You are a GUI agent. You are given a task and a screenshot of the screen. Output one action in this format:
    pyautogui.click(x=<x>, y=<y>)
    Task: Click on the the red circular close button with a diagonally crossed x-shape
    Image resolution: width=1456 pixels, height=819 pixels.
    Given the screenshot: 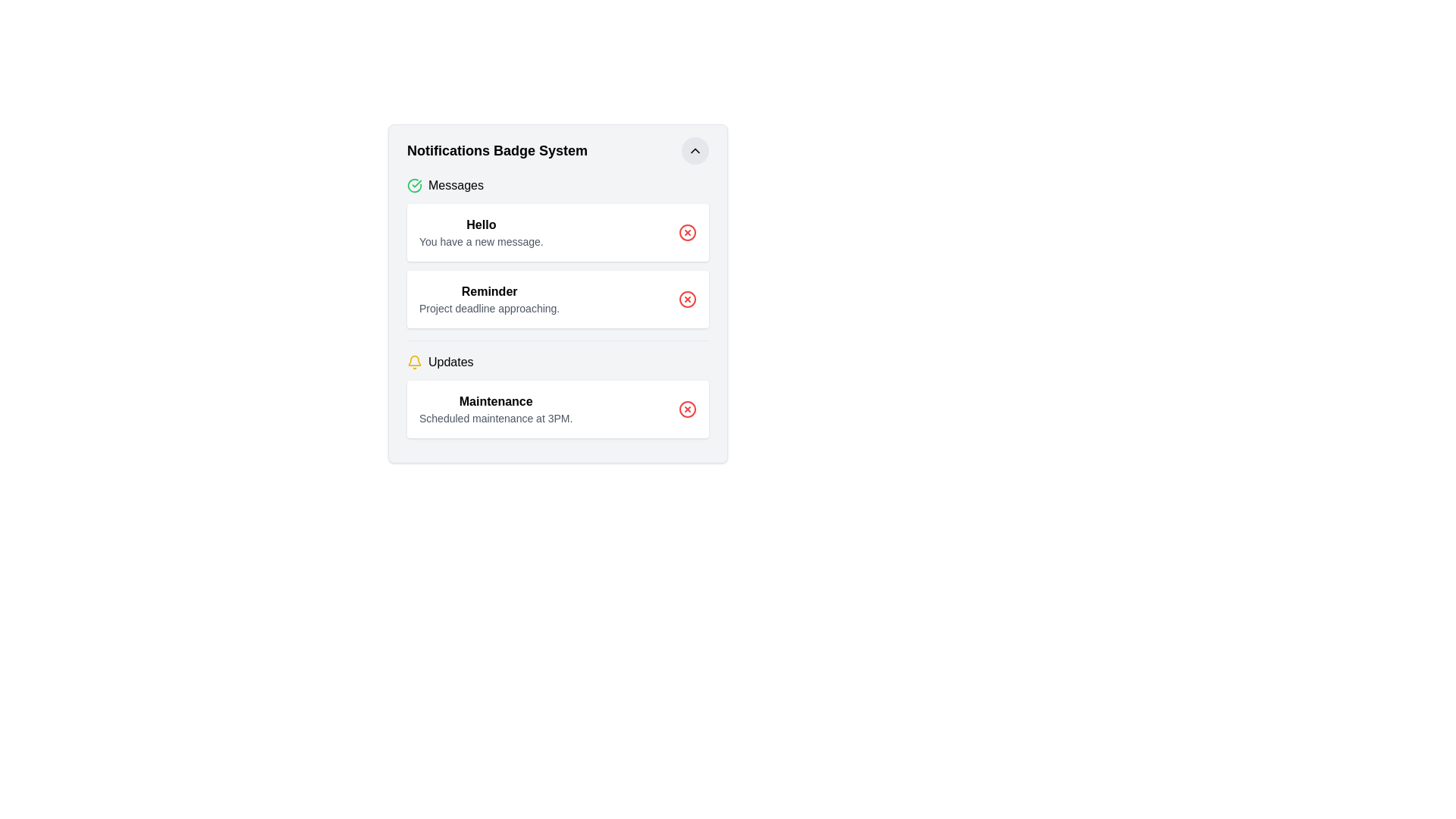 What is the action you would take?
    pyautogui.click(x=687, y=299)
    